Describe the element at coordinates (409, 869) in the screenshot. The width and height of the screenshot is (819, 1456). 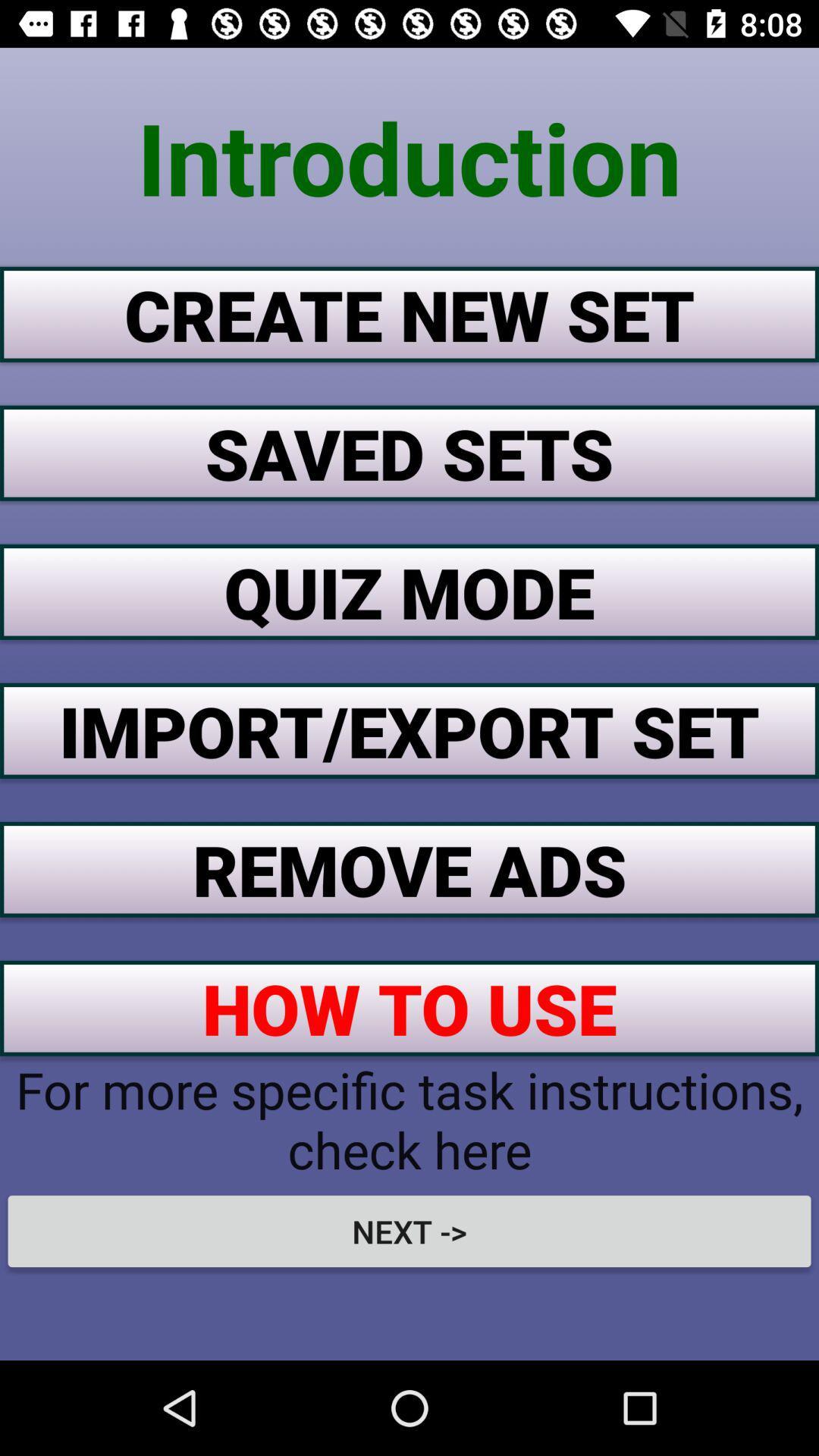
I see `item below import/export set item` at that location.